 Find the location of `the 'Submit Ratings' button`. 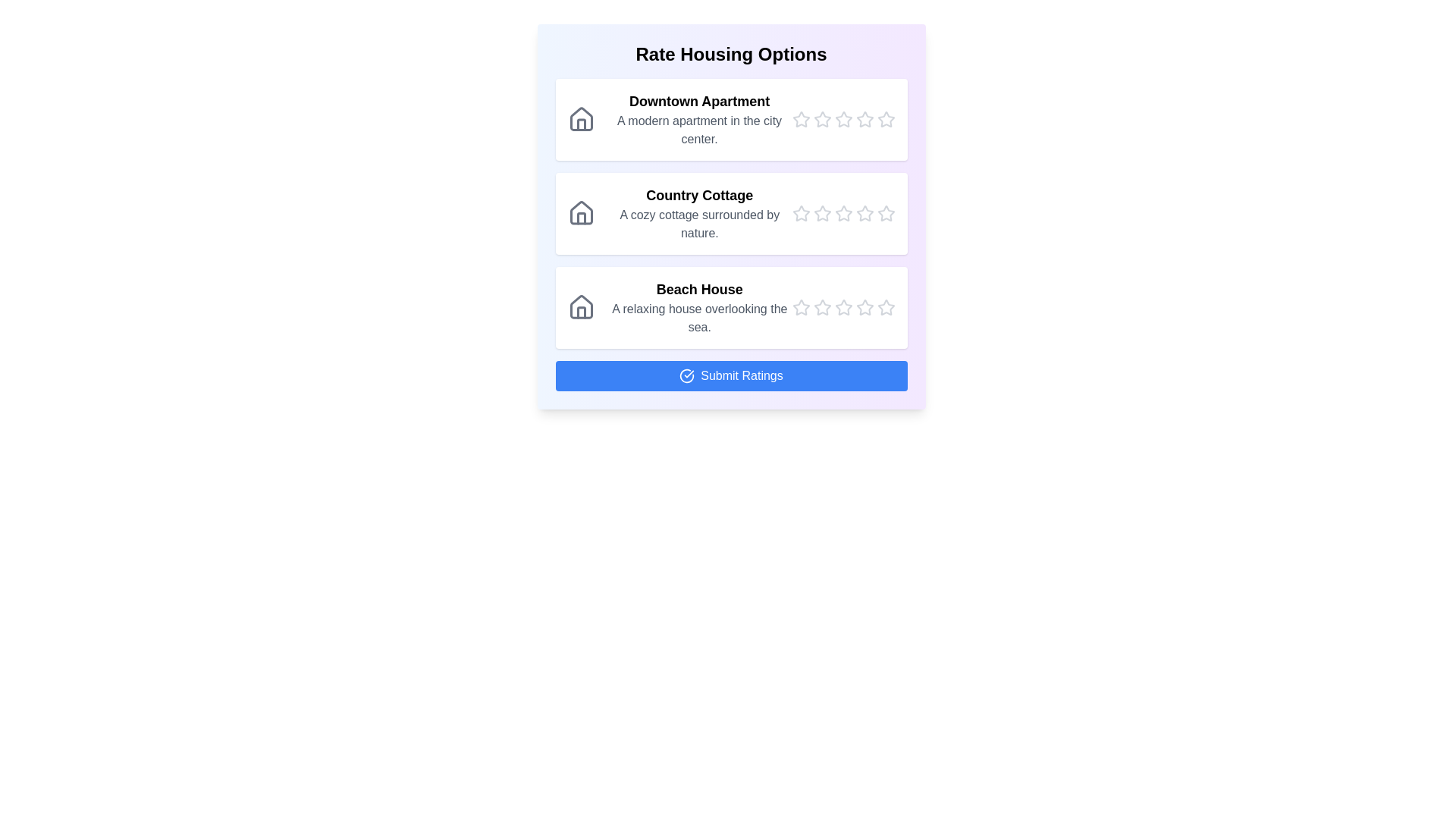

the 'Submit Ratings' button is located at coordinates (731, 375).